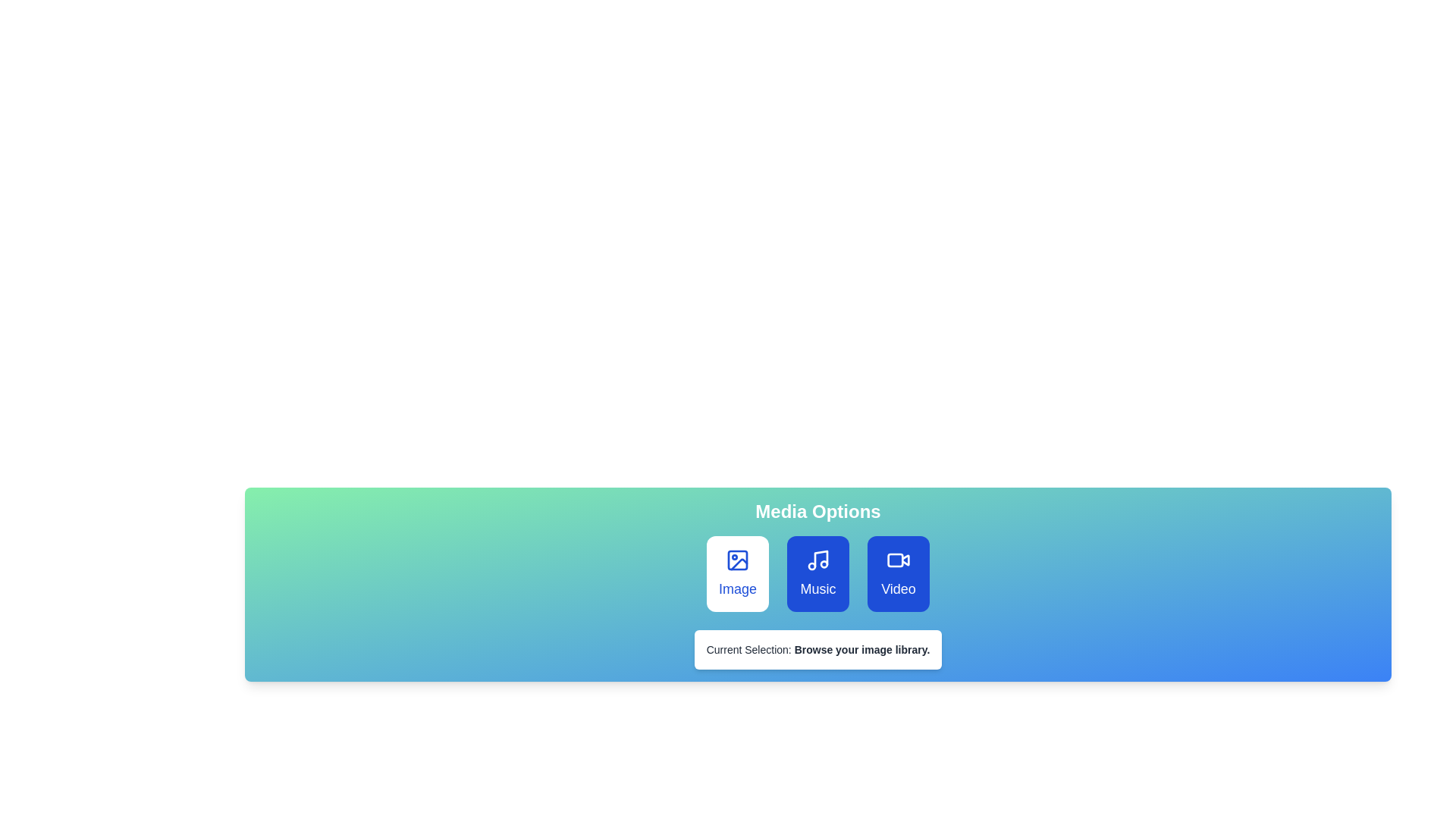 The height and width of the screenshot is (819, 1456). I want to click on the 'Music' button, which is the second button in a row of three options, so click(817, 573).